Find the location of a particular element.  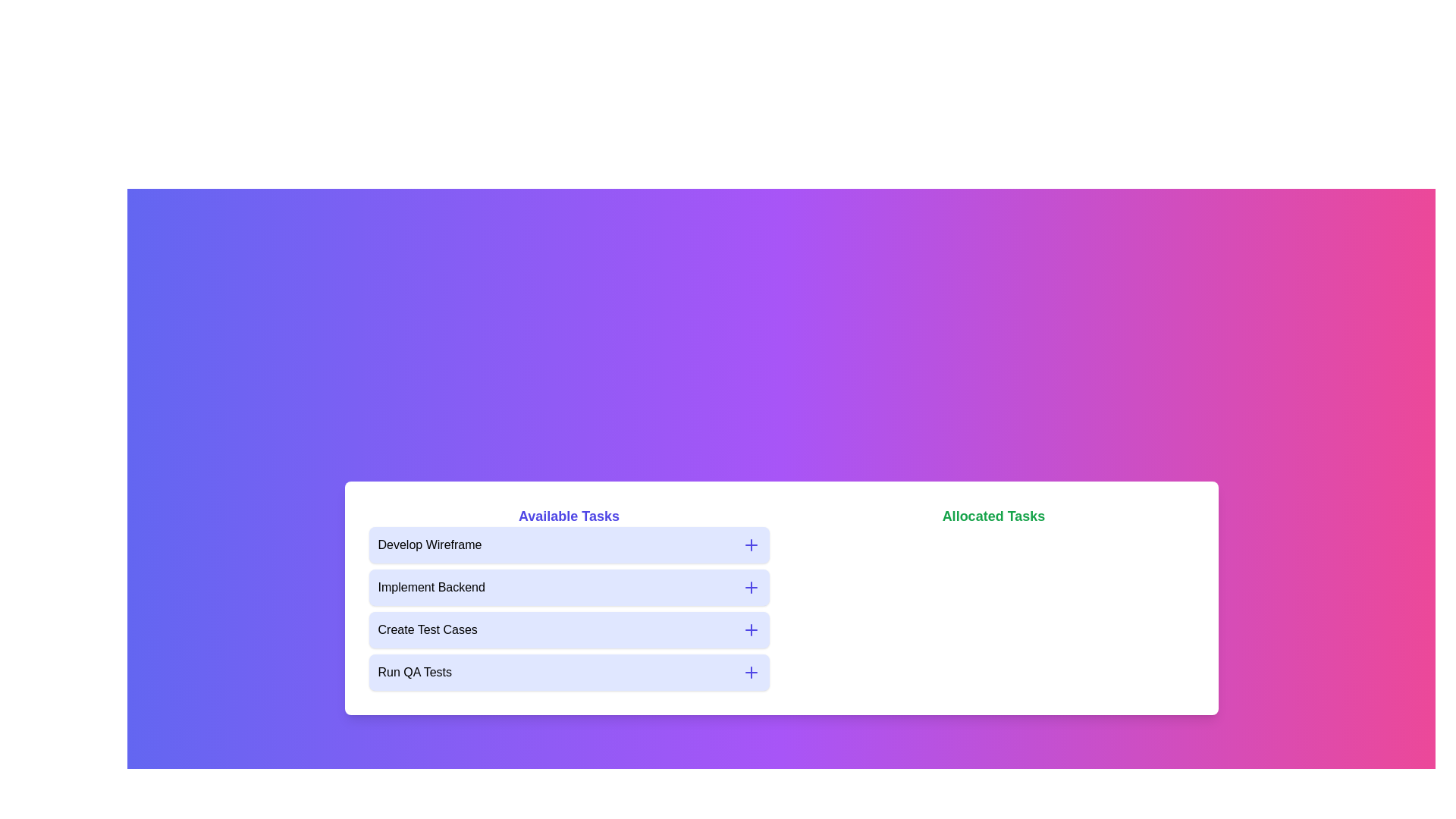

'+' icon next to the task 'Run QA Tests' in the 'Available Tasks' list to allocate it is located at coordinates (751, 672).